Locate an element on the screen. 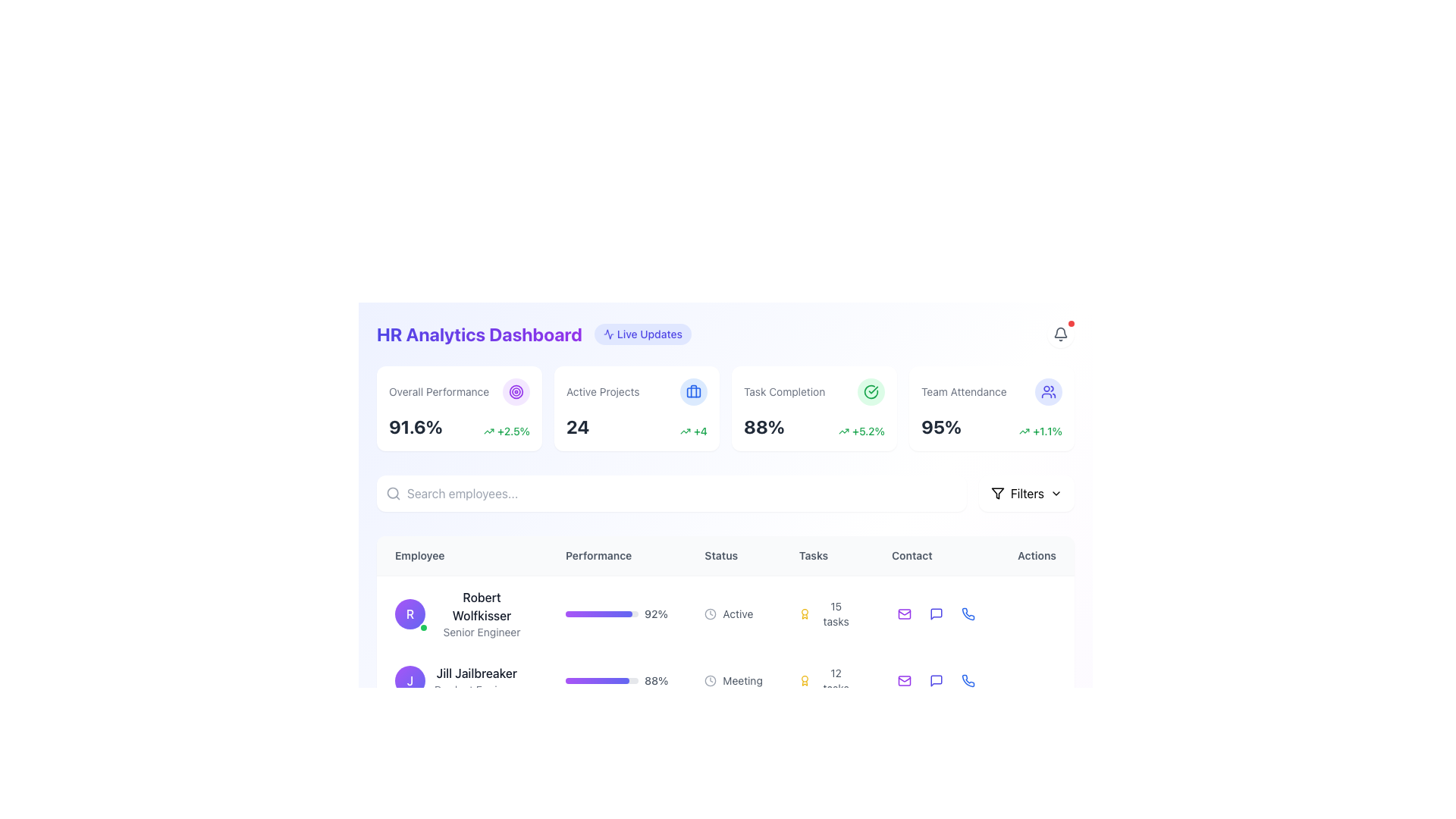  the circular profile picture placeholder with a purple gradient background and the letter 'J' in white is located at coordinates (410, 680).